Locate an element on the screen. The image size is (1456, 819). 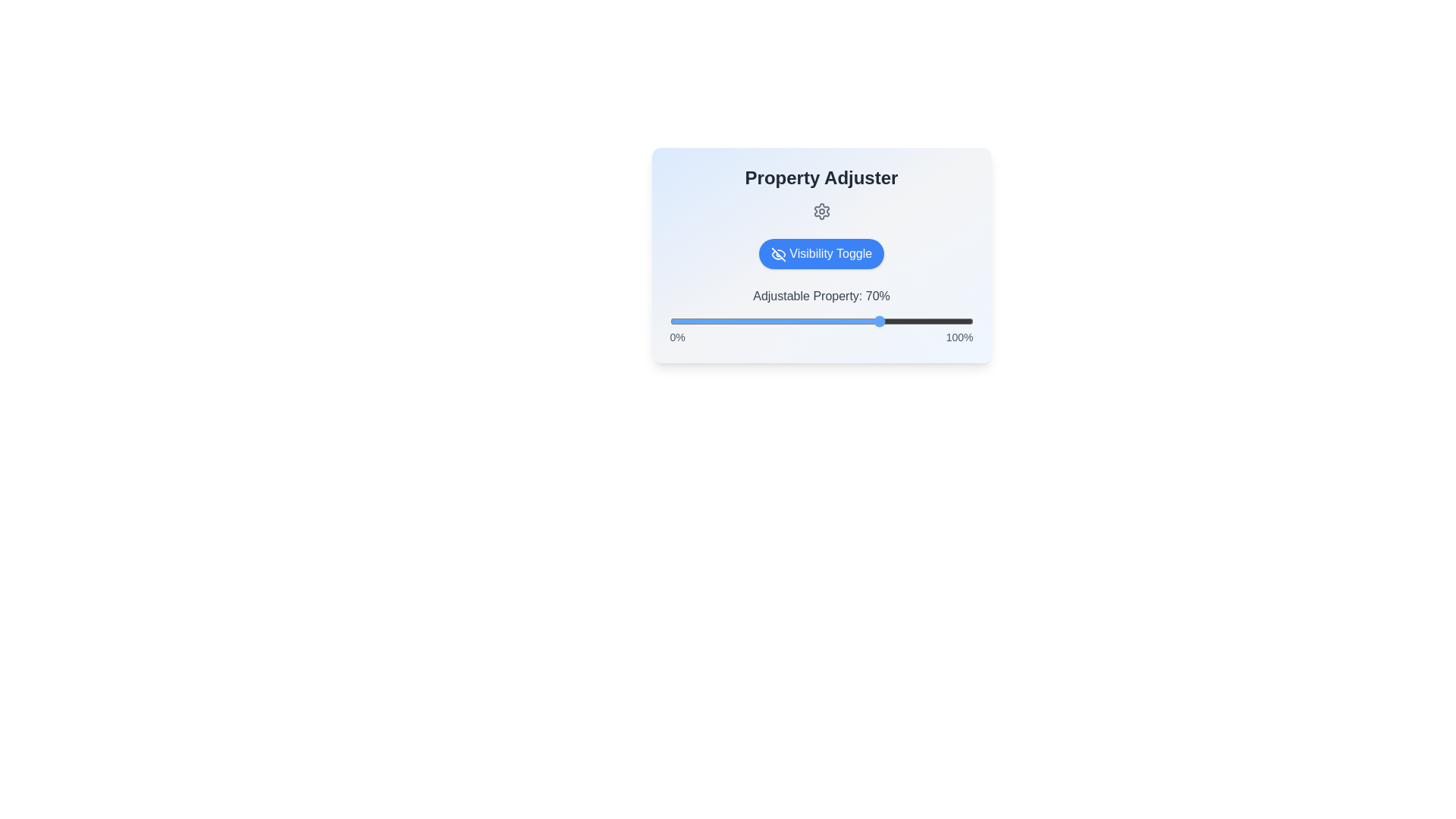
the property value to 85% by interacting with the slider is located at coordinates (927, 321).